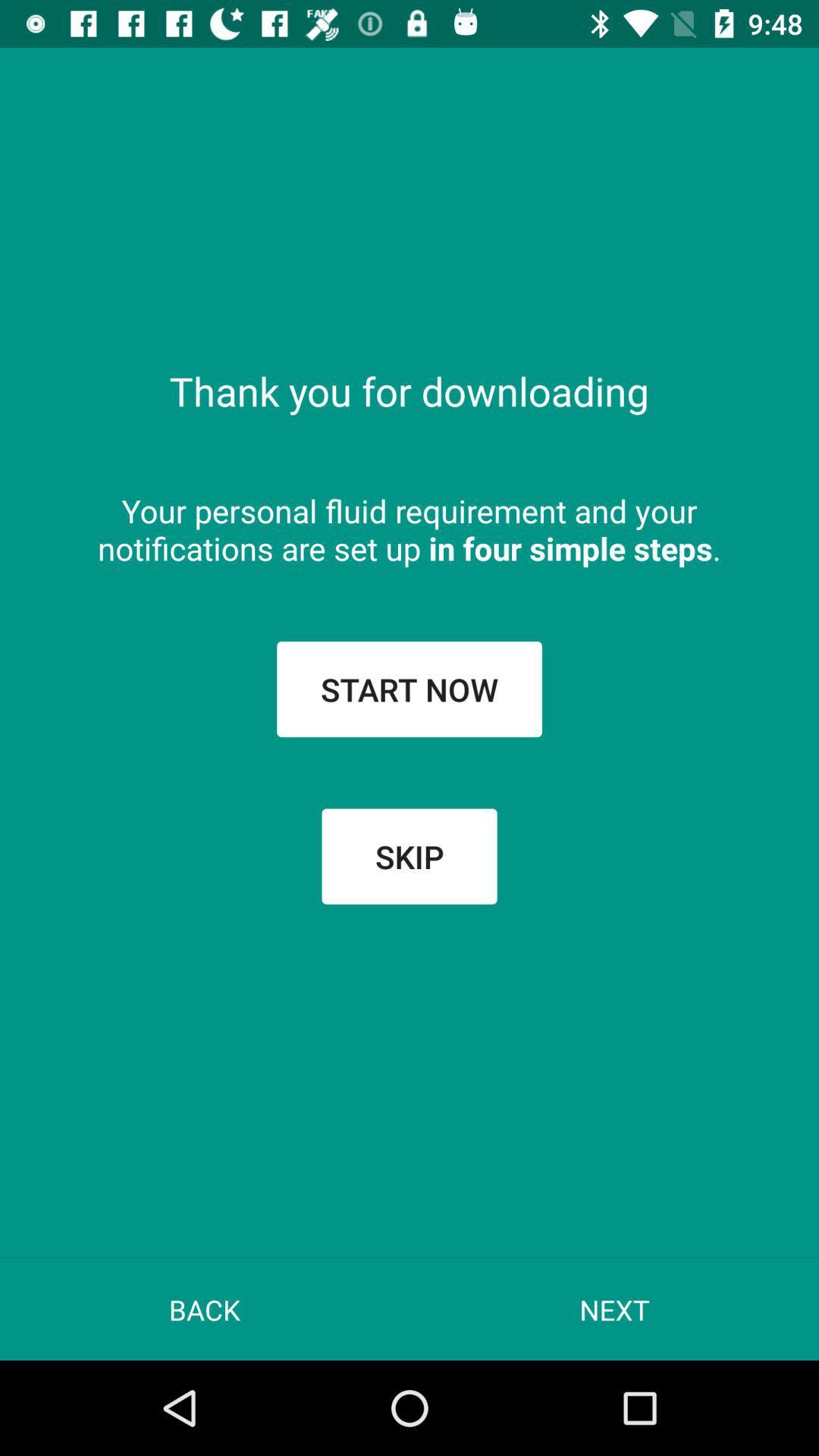 The image size is (819, 1456). Describe the element at coordinates (409, 688) in the screenshot. I see `the start now button` at that location.